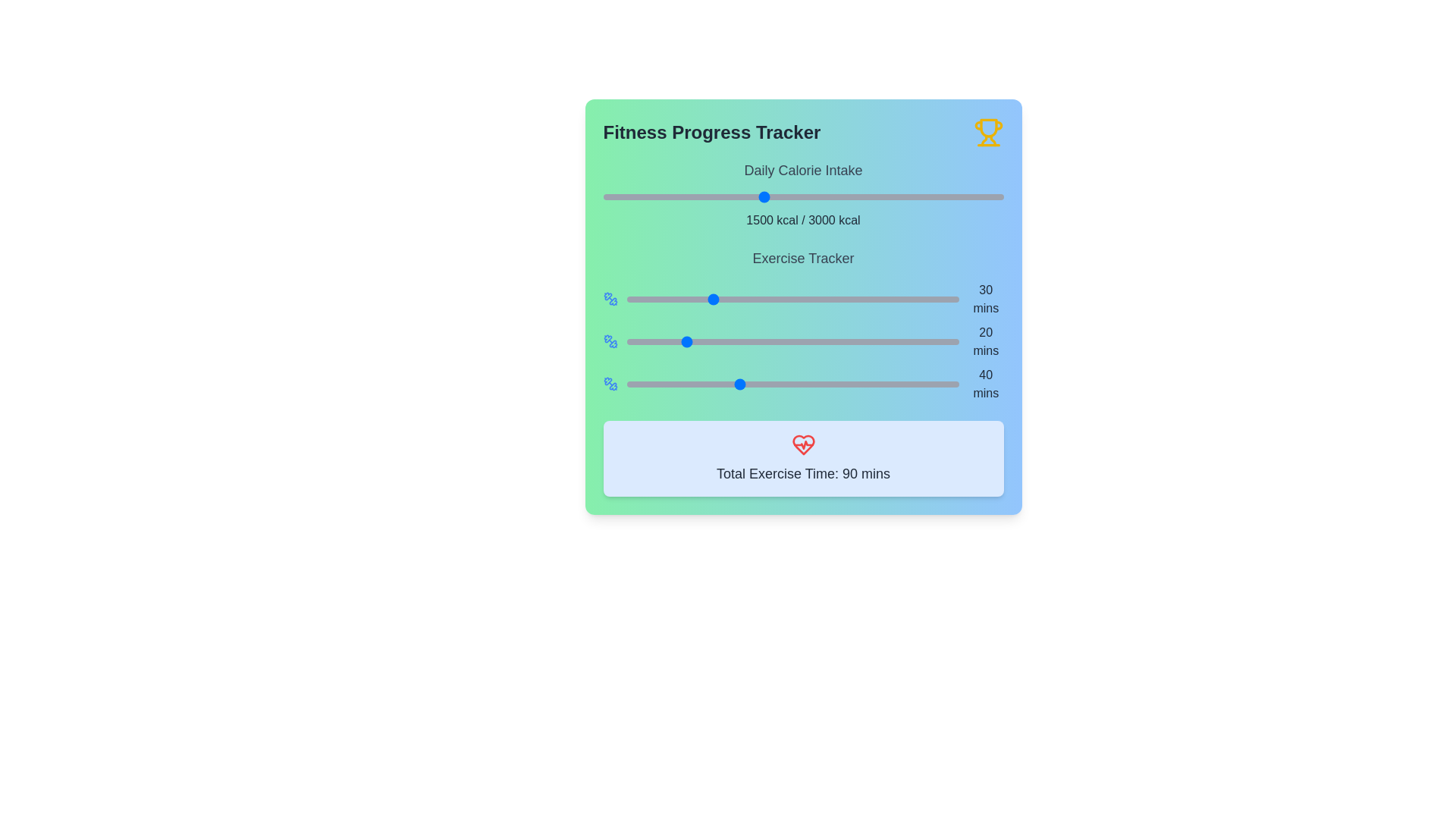 The width and height of the screenshot is (1456, 819). What do you see at coordinates (661, 342) in the screenshot?
I see `the slider value` at bounding box center [661, 342].